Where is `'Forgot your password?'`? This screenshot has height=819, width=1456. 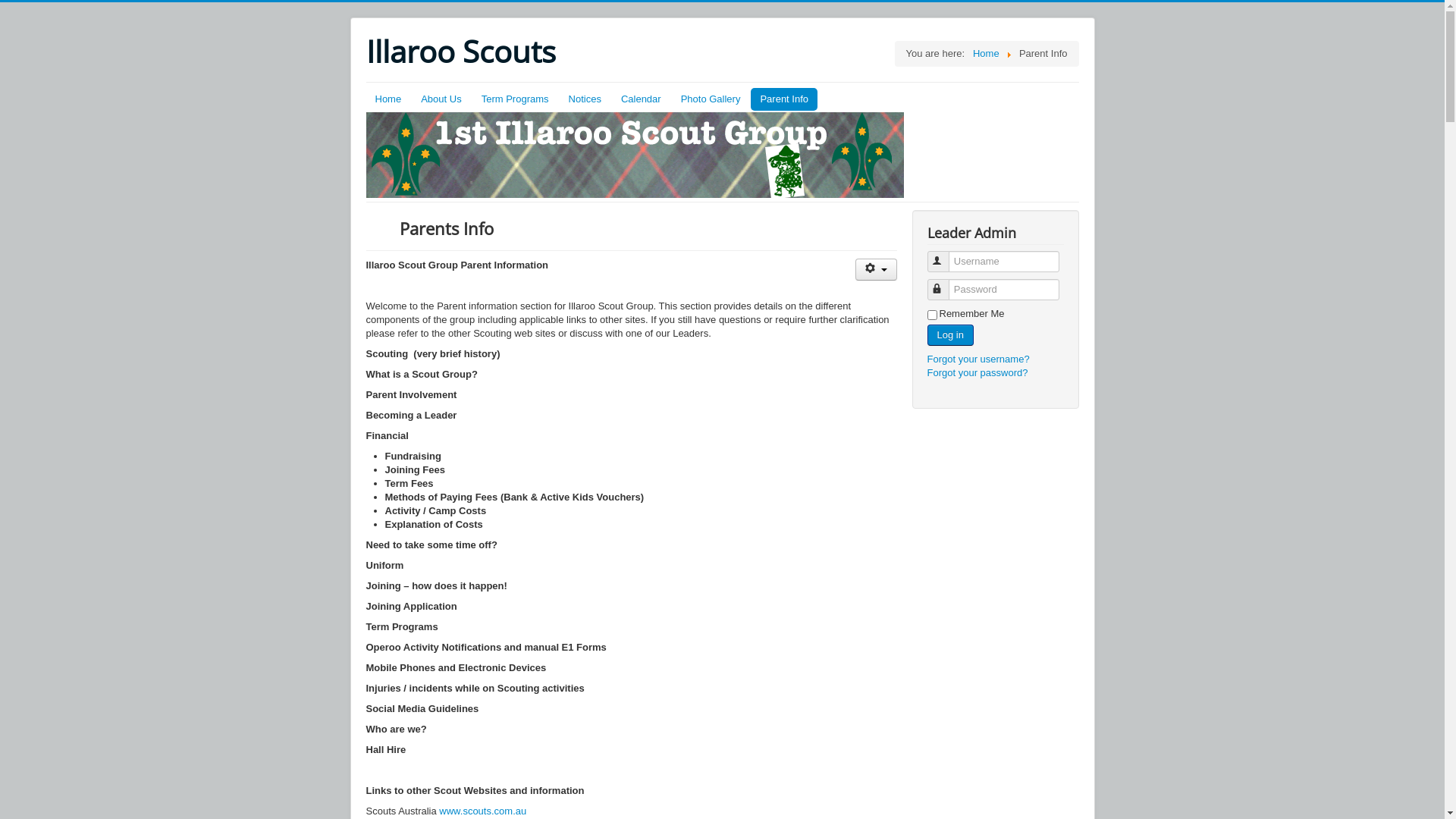
'Forgot your password?' is located at coordinates (977, 372).